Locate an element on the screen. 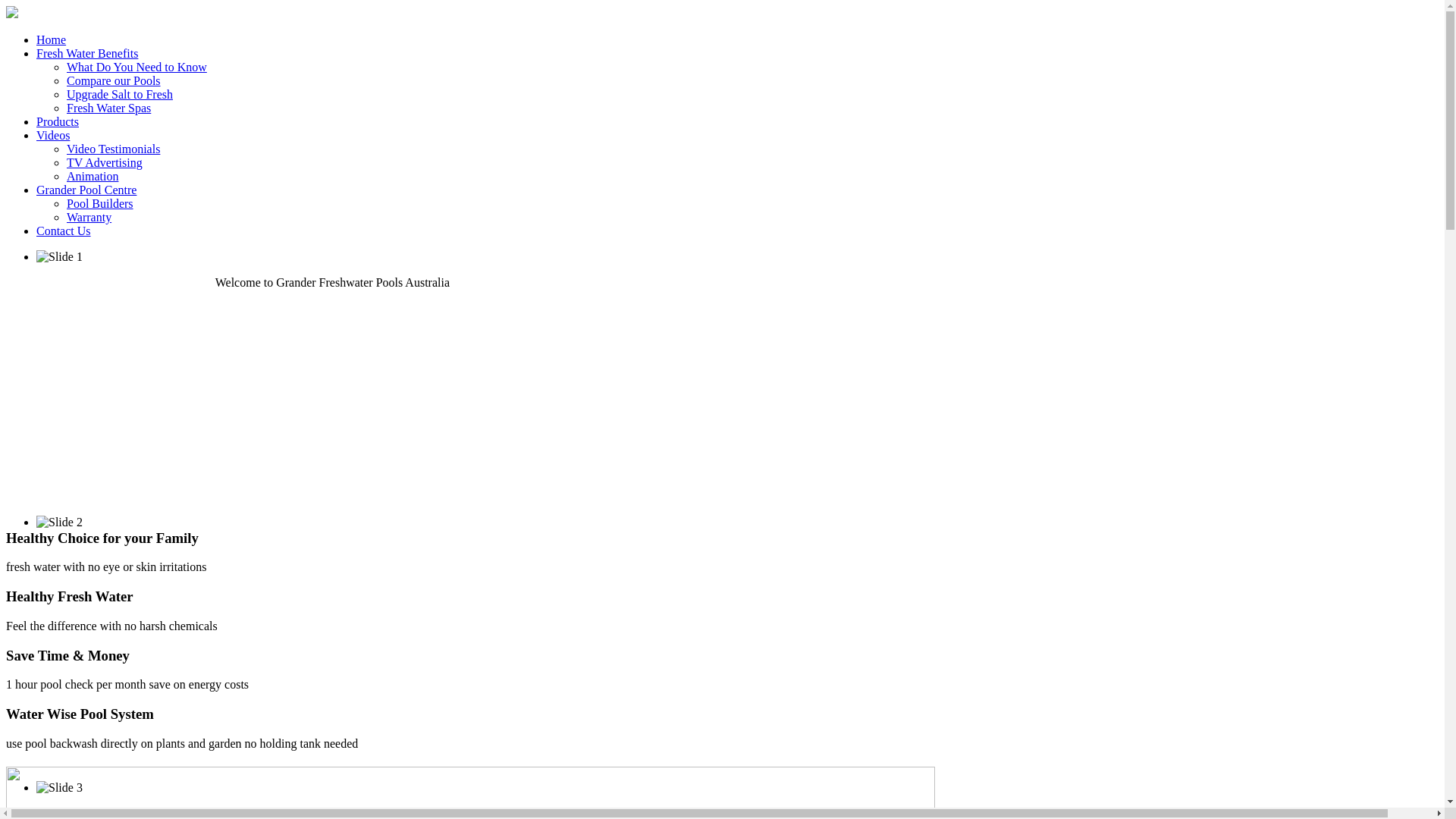  'Warranty' is located at coordinates (65, 217).